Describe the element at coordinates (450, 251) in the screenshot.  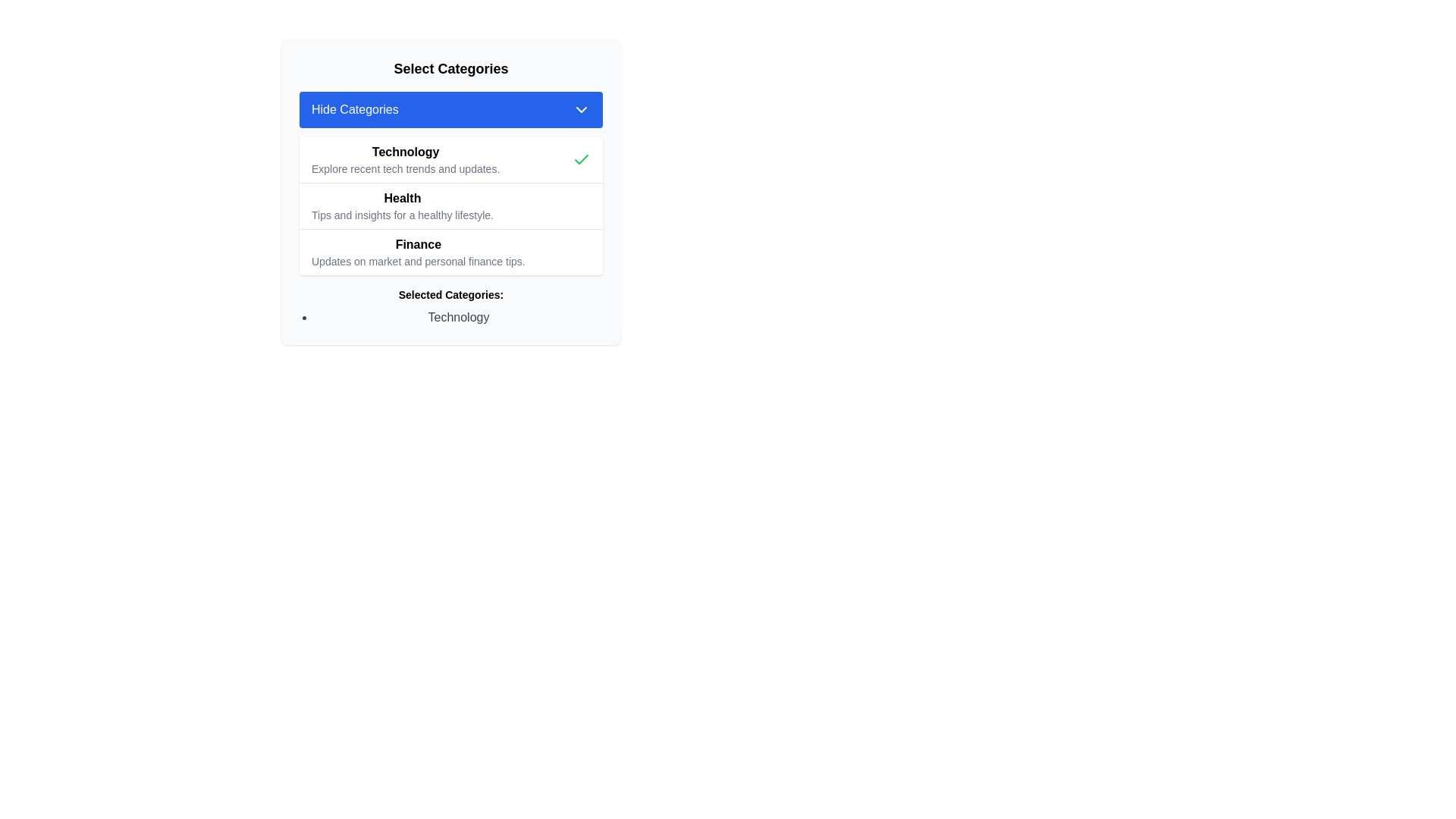
I see `the 'Finance' category option, which is the third entry in the list of selectable categories under 'Select Categories.'` at that location.